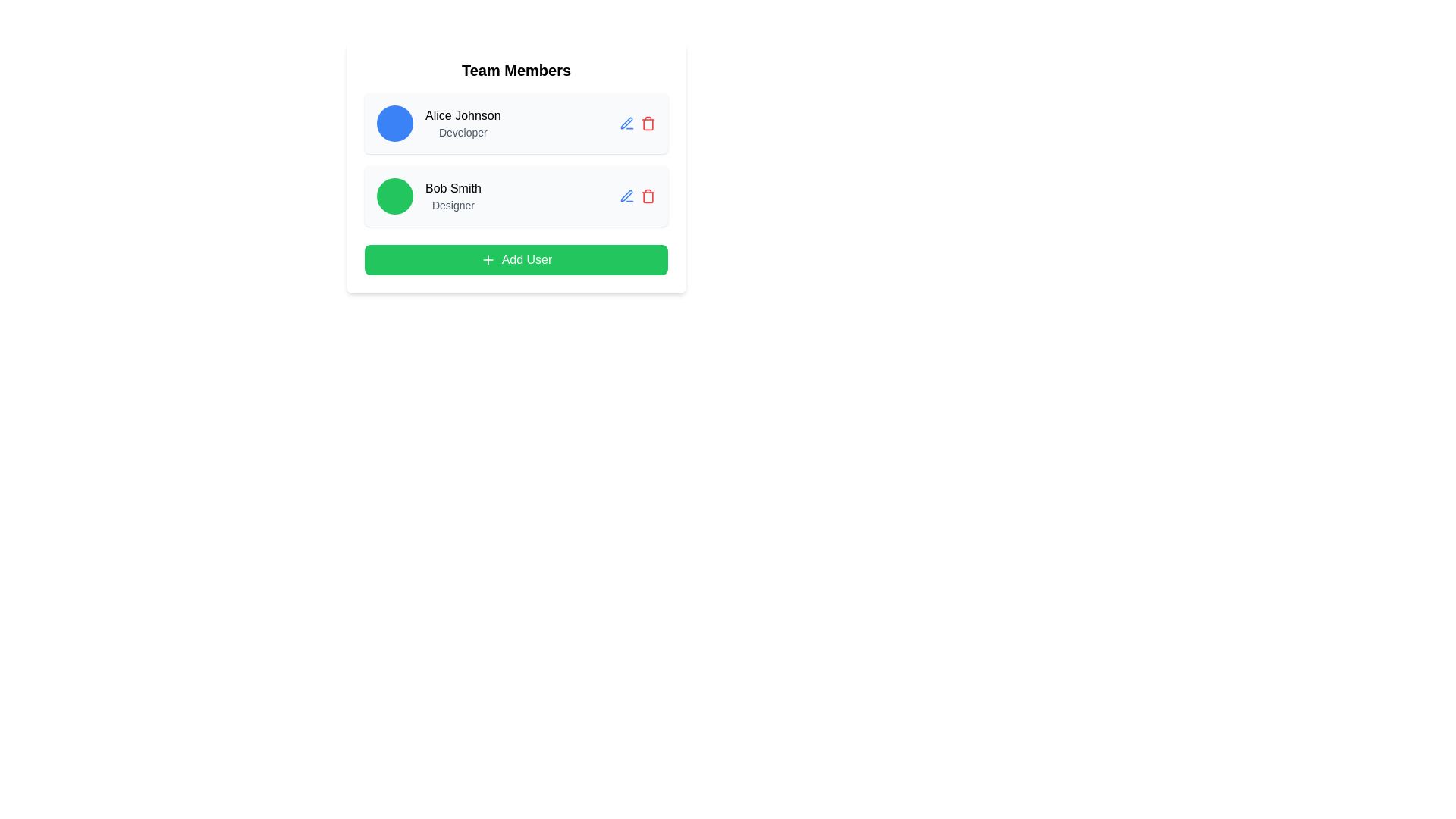 The image size is (1456, 819). I want to click on the text label identifying the team member 'Alice Johnson', so click(462, 115).